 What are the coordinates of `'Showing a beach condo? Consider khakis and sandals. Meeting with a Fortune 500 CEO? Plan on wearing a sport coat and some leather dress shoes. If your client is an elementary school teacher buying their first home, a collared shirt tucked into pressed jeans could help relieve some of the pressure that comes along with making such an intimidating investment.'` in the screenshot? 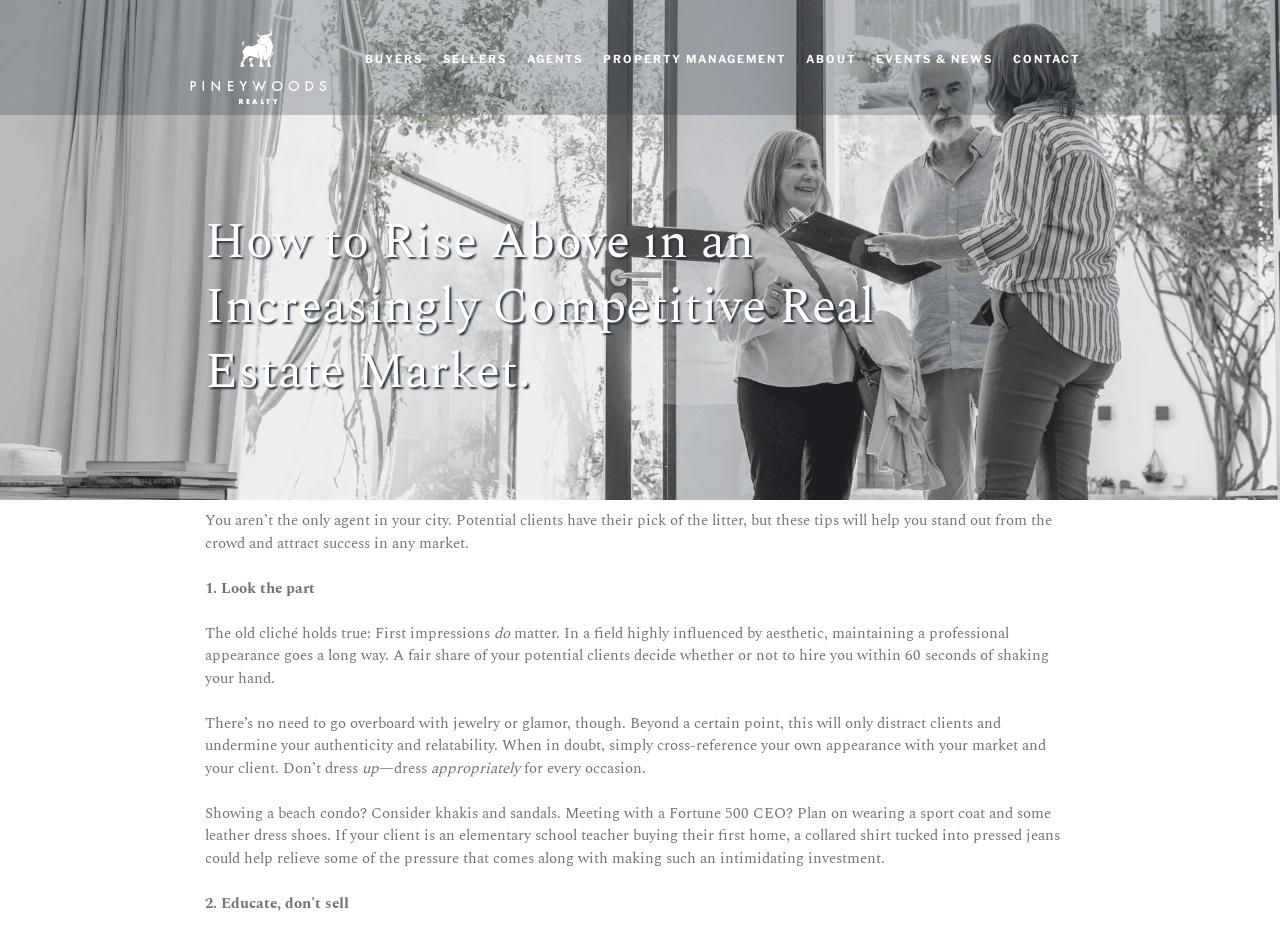 It's located at (631, 834).